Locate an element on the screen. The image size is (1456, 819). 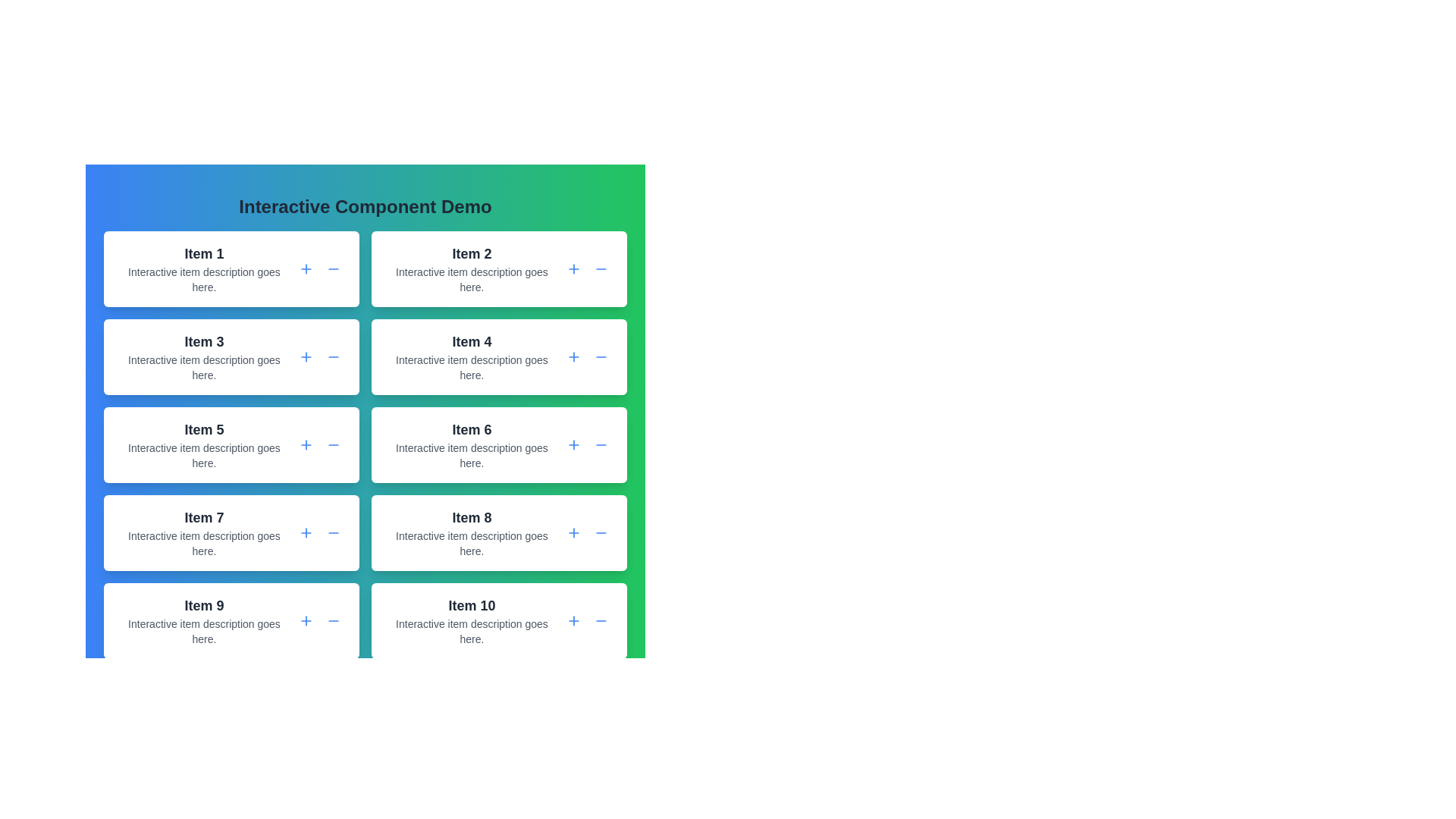
the leftmost button for the 'Item 7' context is located at coordinates (305, 532).